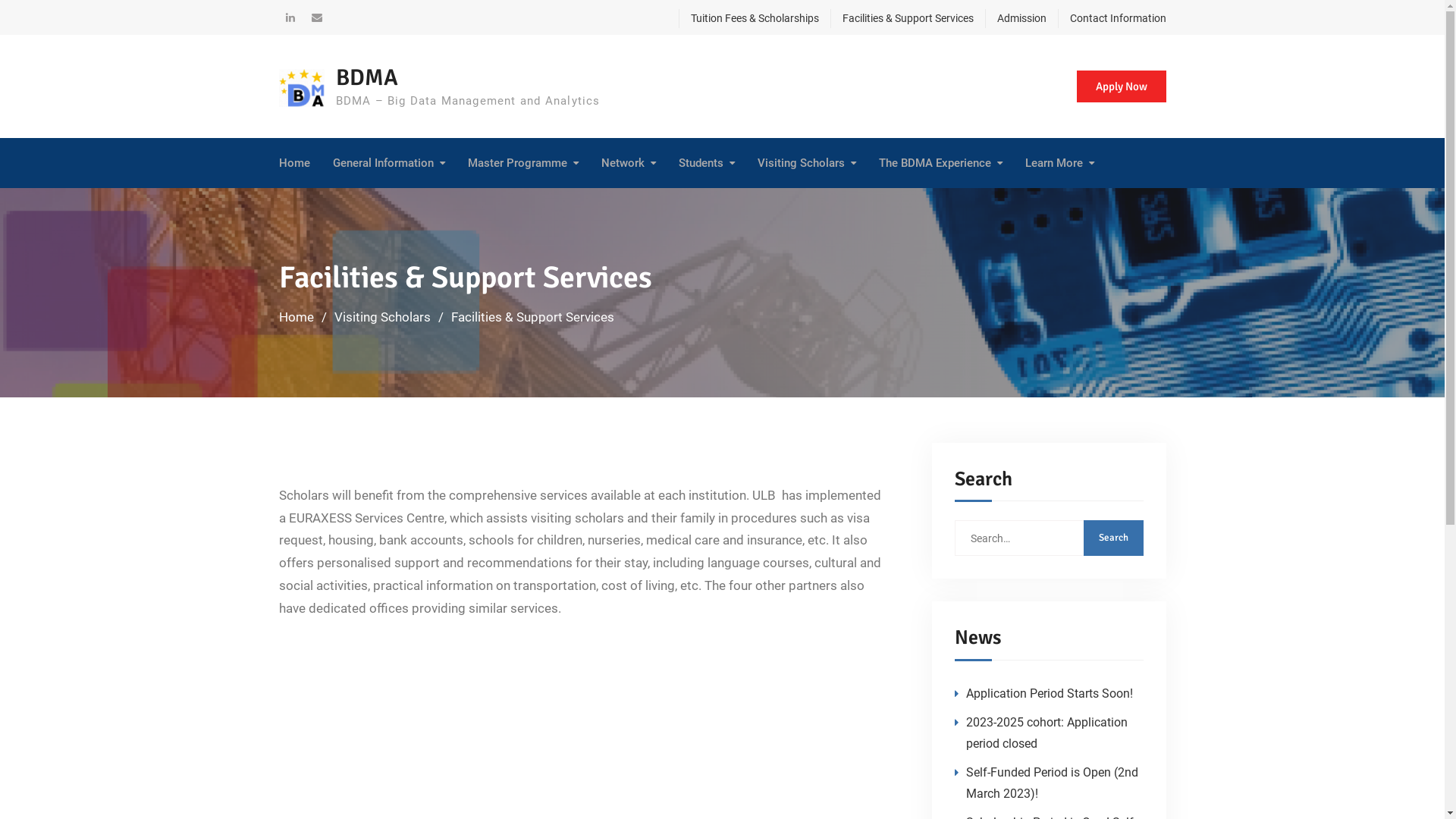 Image resolution: width=1456 pixels, height=819 pixels. What do you see at coordinates (1121, 86) in the screenshot?
I see `'Apply Now'` at bounding box center [1121, 86].